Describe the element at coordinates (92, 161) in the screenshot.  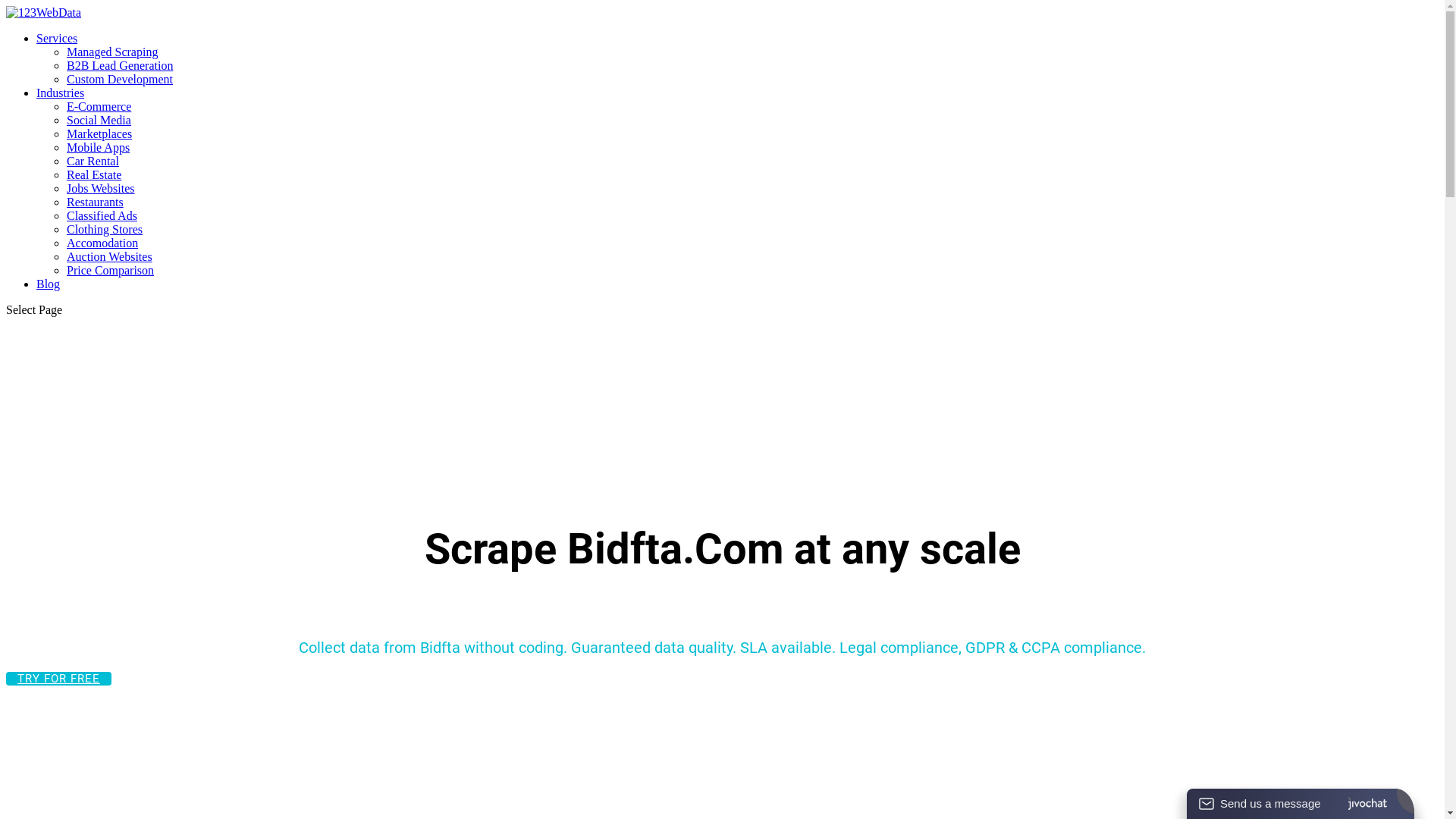
I see `'Car Rental'` at that location.